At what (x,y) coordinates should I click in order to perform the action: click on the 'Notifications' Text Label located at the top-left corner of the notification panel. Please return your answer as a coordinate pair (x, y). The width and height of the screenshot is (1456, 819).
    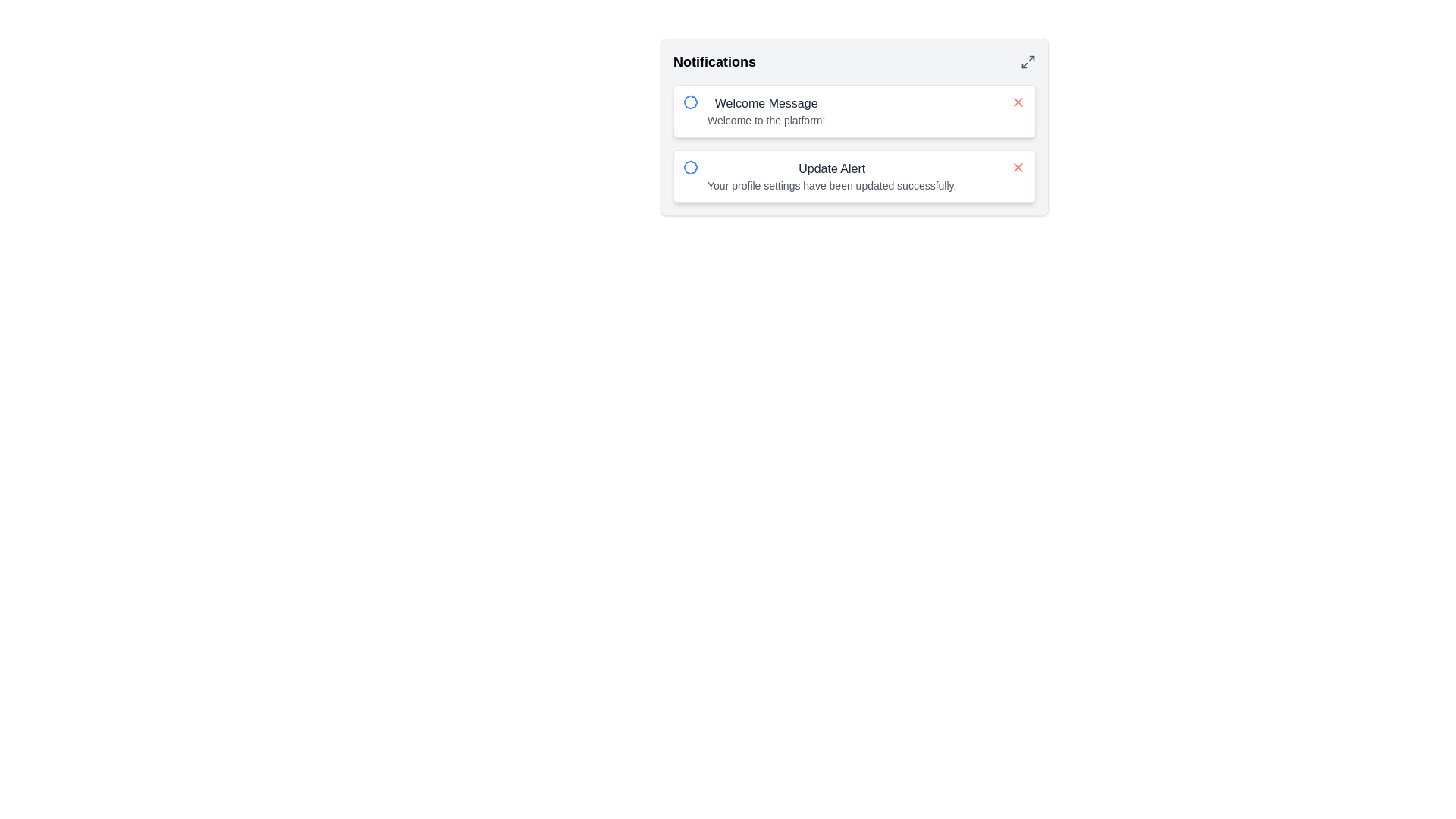
    Looking at the image, I should click on (714, 61).